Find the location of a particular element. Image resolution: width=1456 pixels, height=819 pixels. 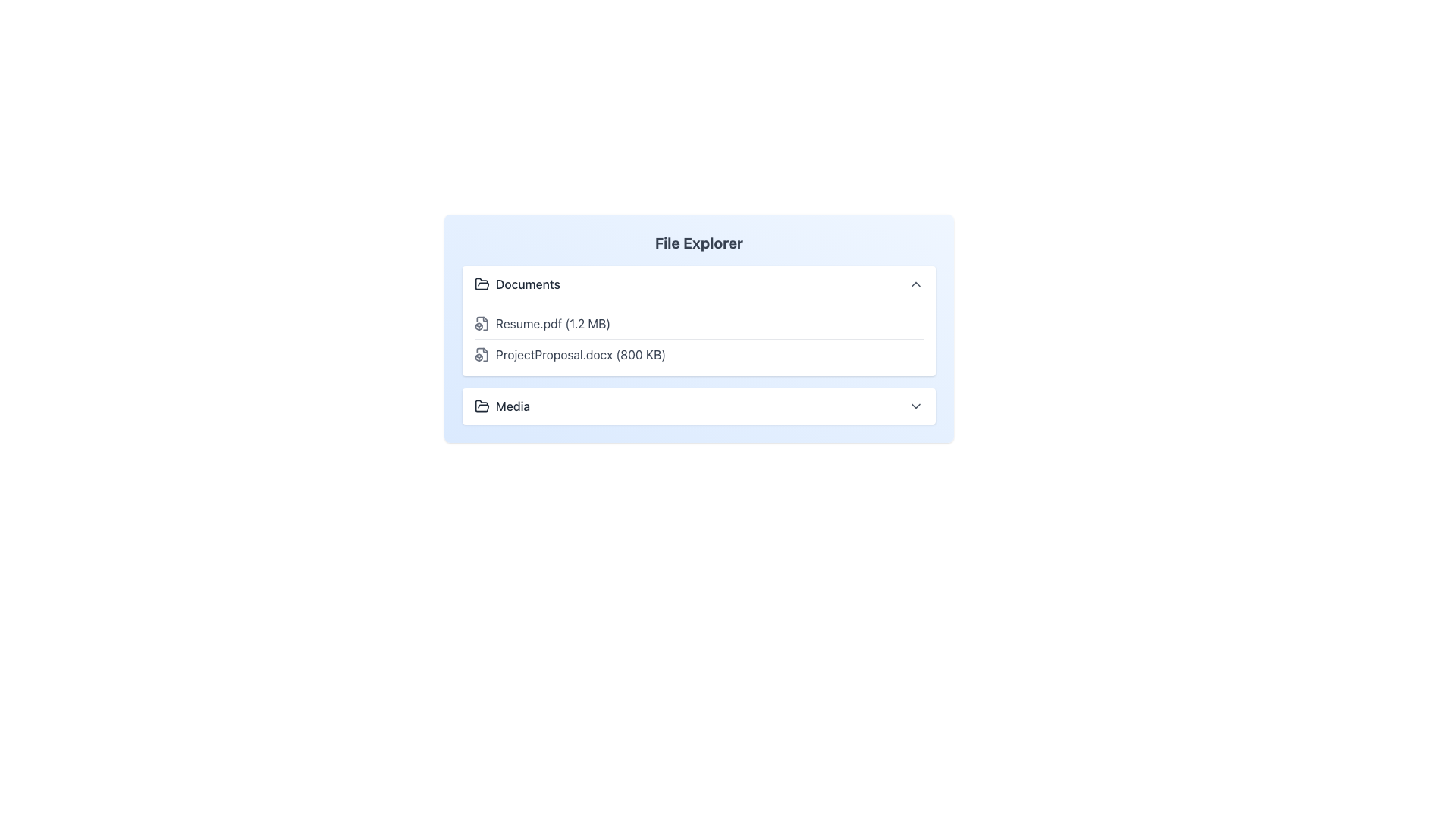

the collapsible toggle button for the 'Documents' section in the 'File Explorer' interface is located at coordinates (915, 284).